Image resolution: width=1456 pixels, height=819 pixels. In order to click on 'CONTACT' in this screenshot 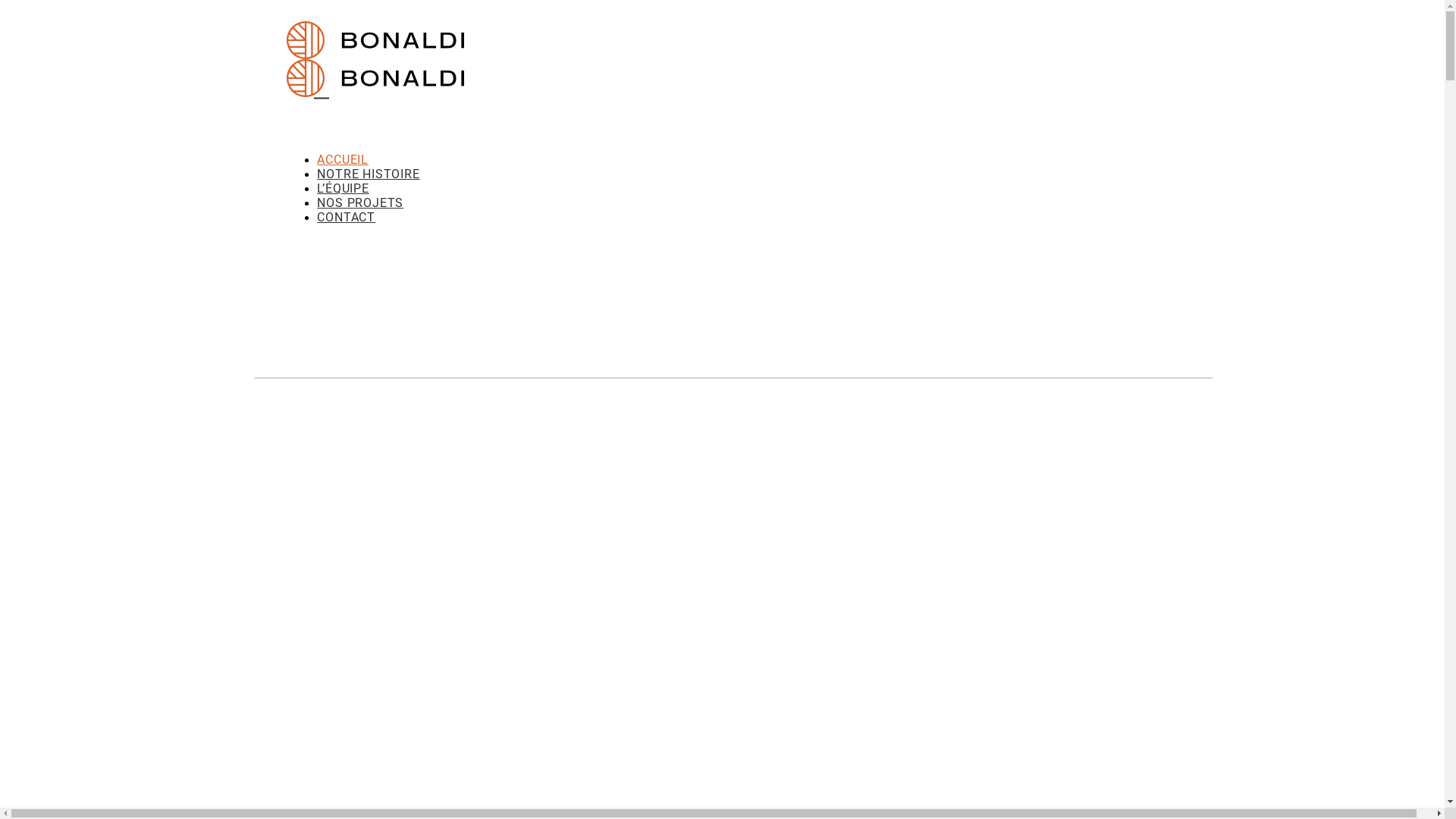, I will do `click(345, 217)`.